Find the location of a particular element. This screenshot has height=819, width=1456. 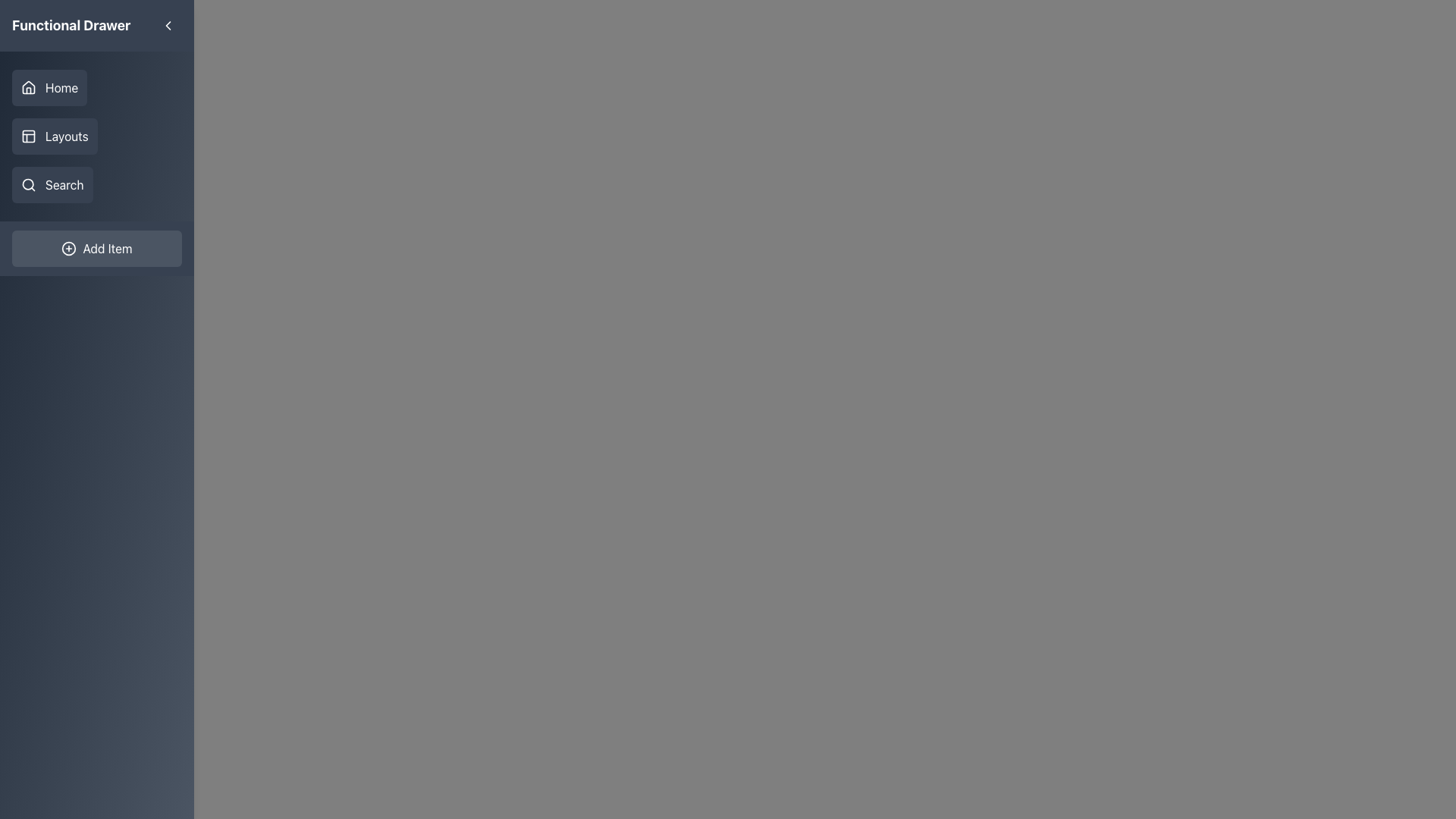

the rectangular icon with a thick border and inner grid arrangement, located to the left of the text label 'Layouts' in the left-hand navigation menu is located at coordinates (29, 136).